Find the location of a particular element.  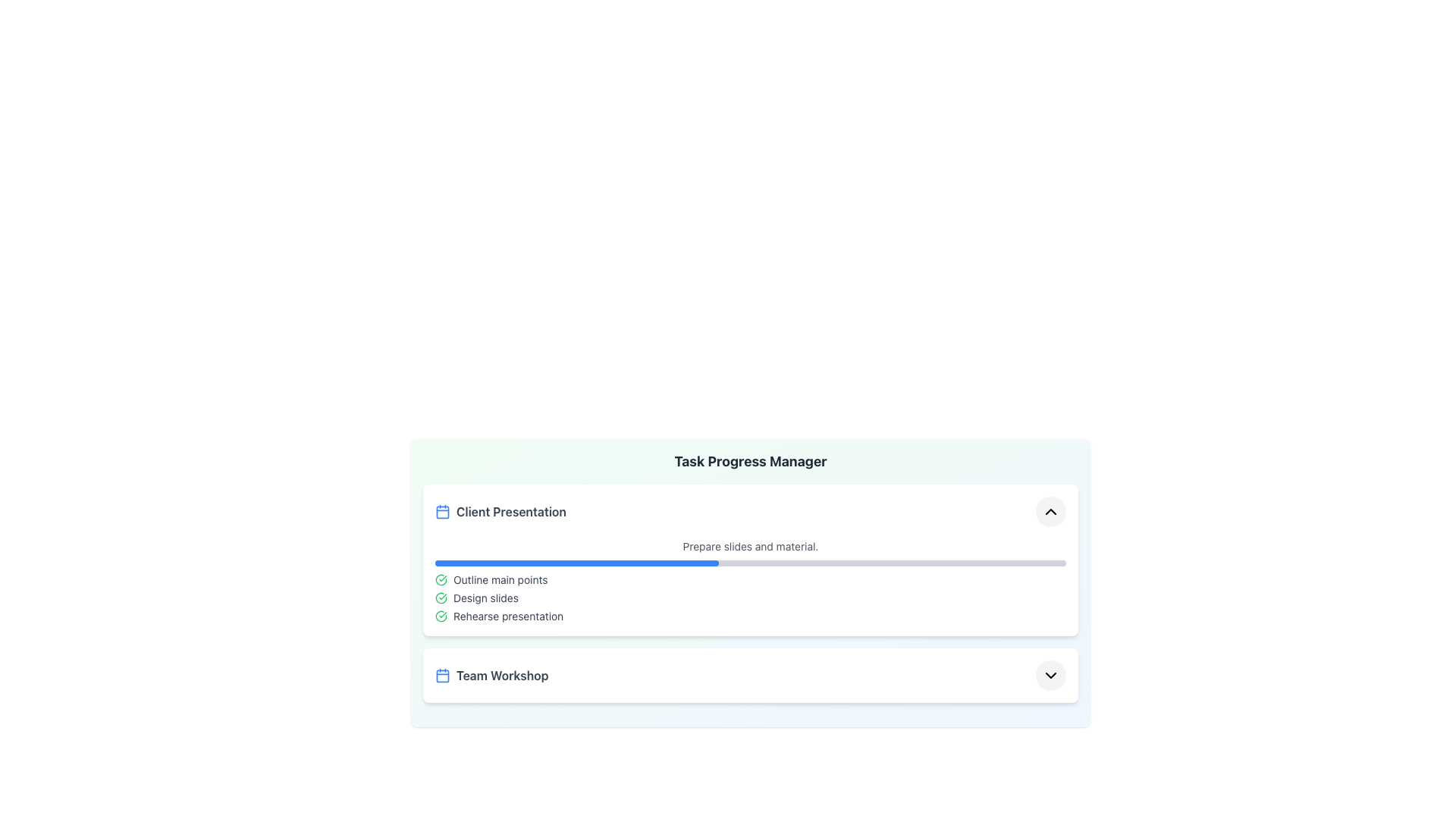

the blue calendar icon, which features a square outline, two vertical bars at the top, and a horizontal line separating the heading from the dates. It is positioned to the left of the 'Team Workshop' text label in the 'Task Progress Manager' card layout is located at coordinates (442, 675).